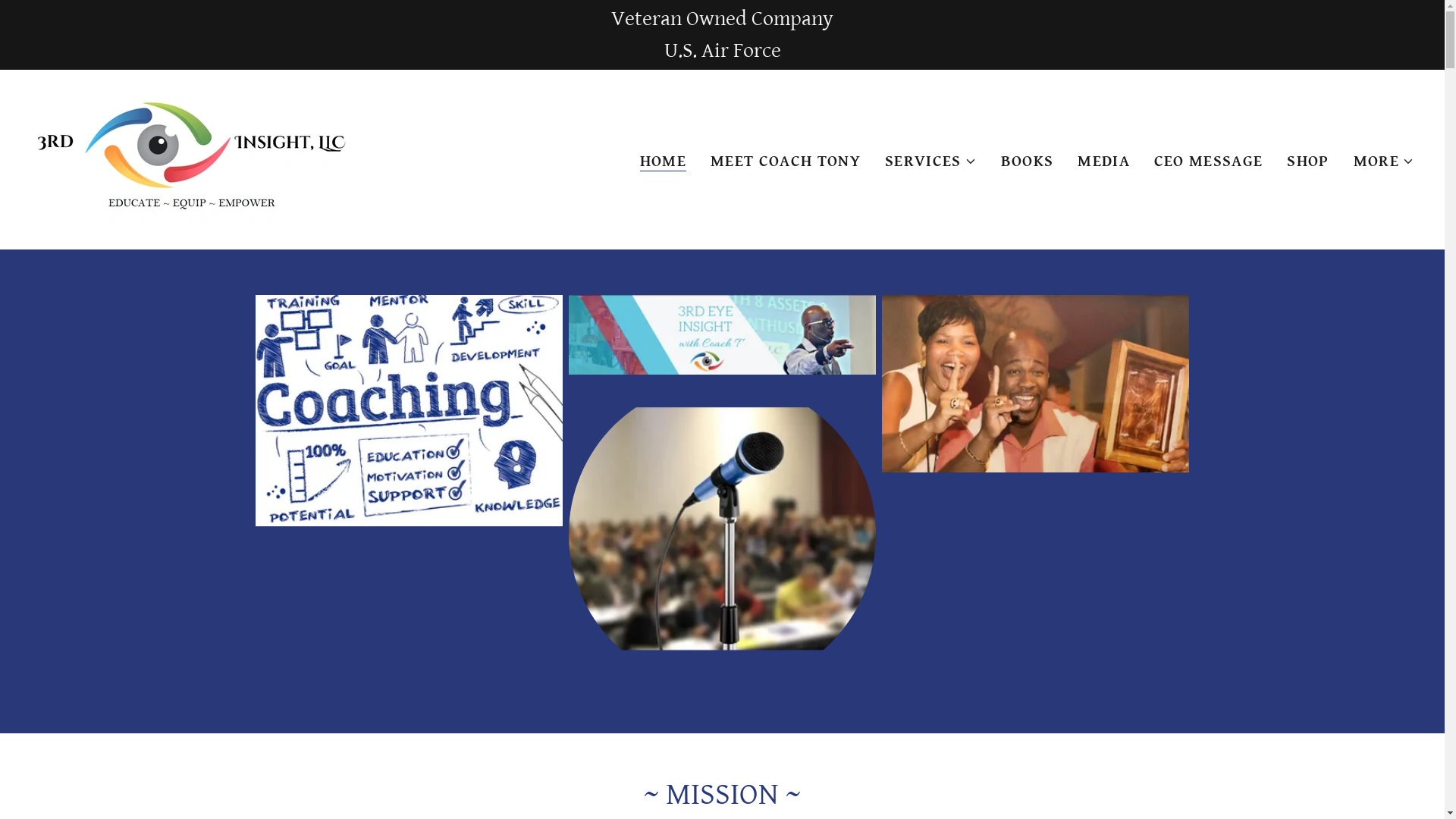 This screenshot has height=819, width=1456. I want to click on 'HOME', so click(640, 162).